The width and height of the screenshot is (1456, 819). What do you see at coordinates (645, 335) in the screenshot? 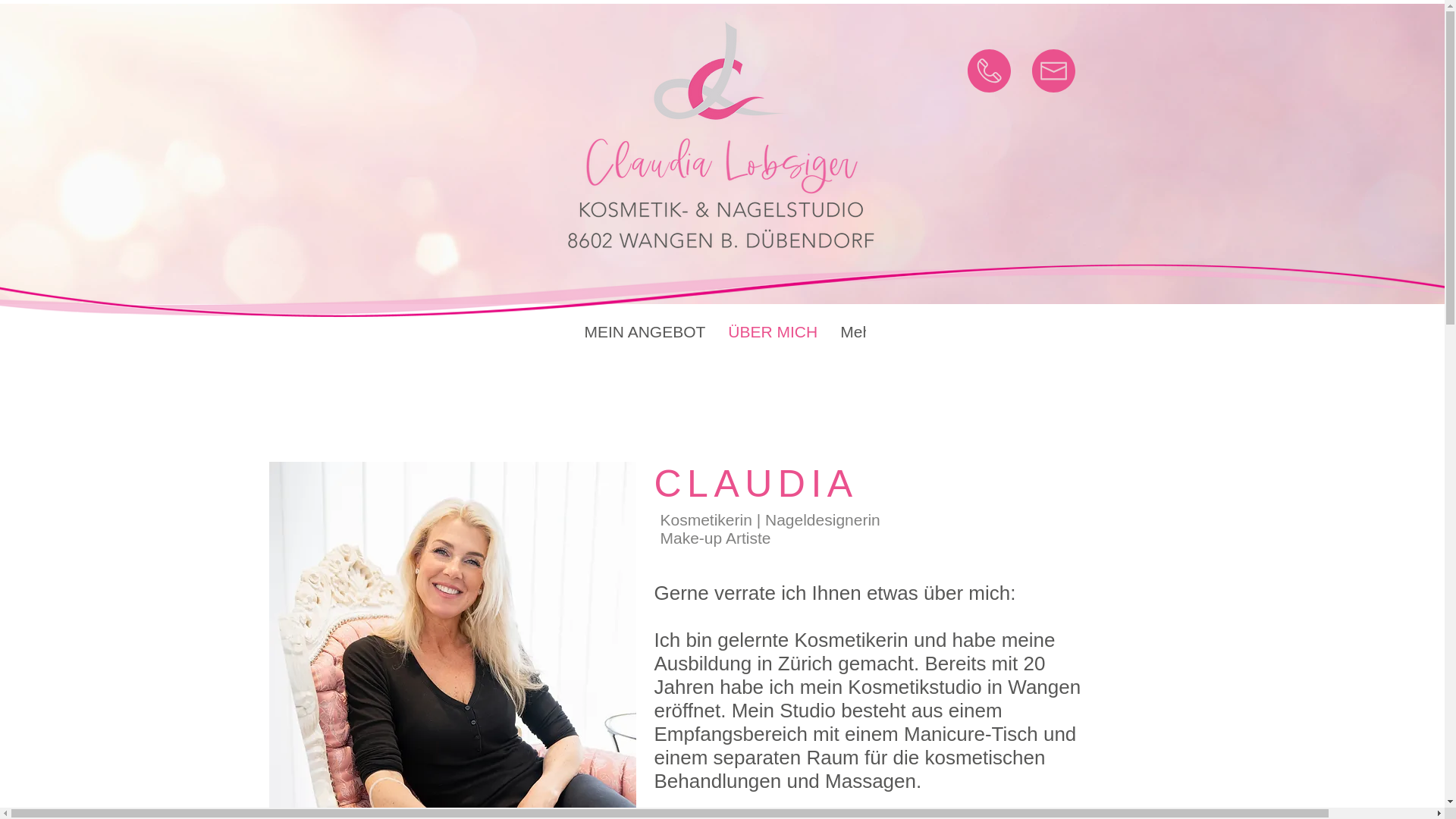
I see `'MEIN ANGEBOT'` at bounding box center [645, 335].